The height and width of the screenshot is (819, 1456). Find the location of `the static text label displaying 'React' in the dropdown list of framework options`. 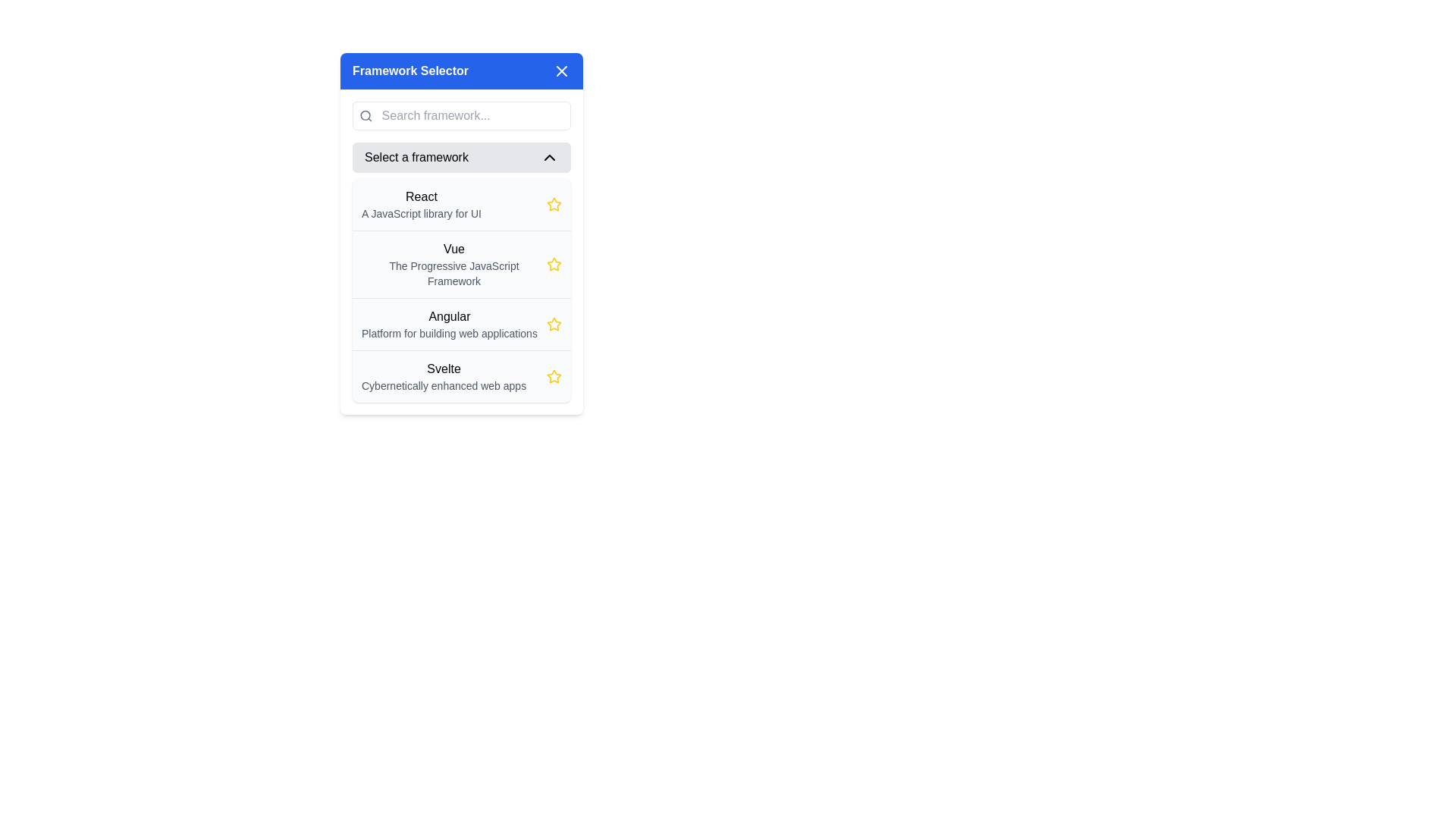

the static text label displaying 'React' in the dropdown list of framework options is located at coordinates (422, 196).